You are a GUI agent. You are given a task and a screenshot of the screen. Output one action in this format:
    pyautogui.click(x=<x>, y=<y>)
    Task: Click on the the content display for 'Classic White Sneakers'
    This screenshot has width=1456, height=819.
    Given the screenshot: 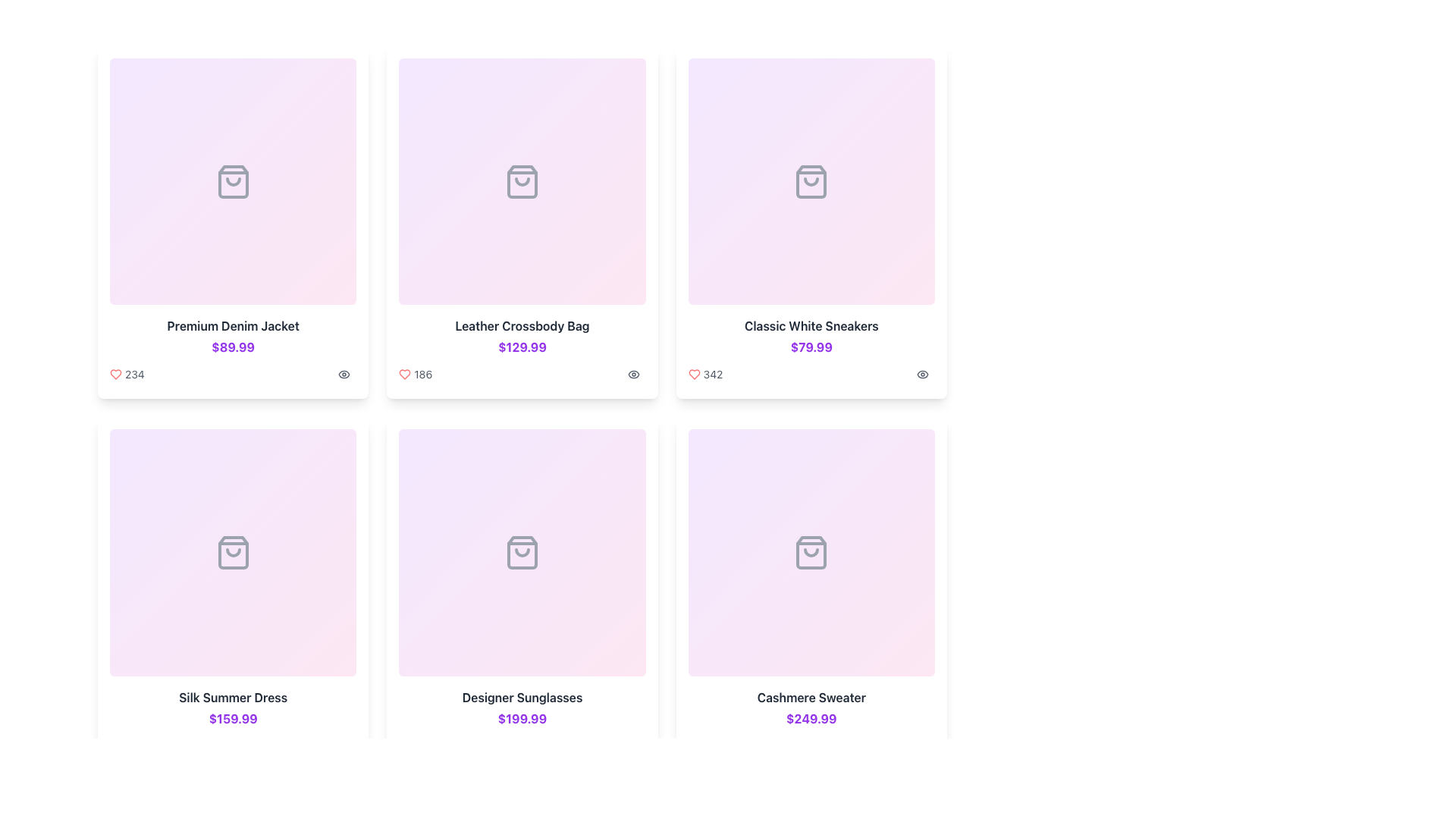 What is the action you would take?
    pyautogui.click(x=811, y=375)
    